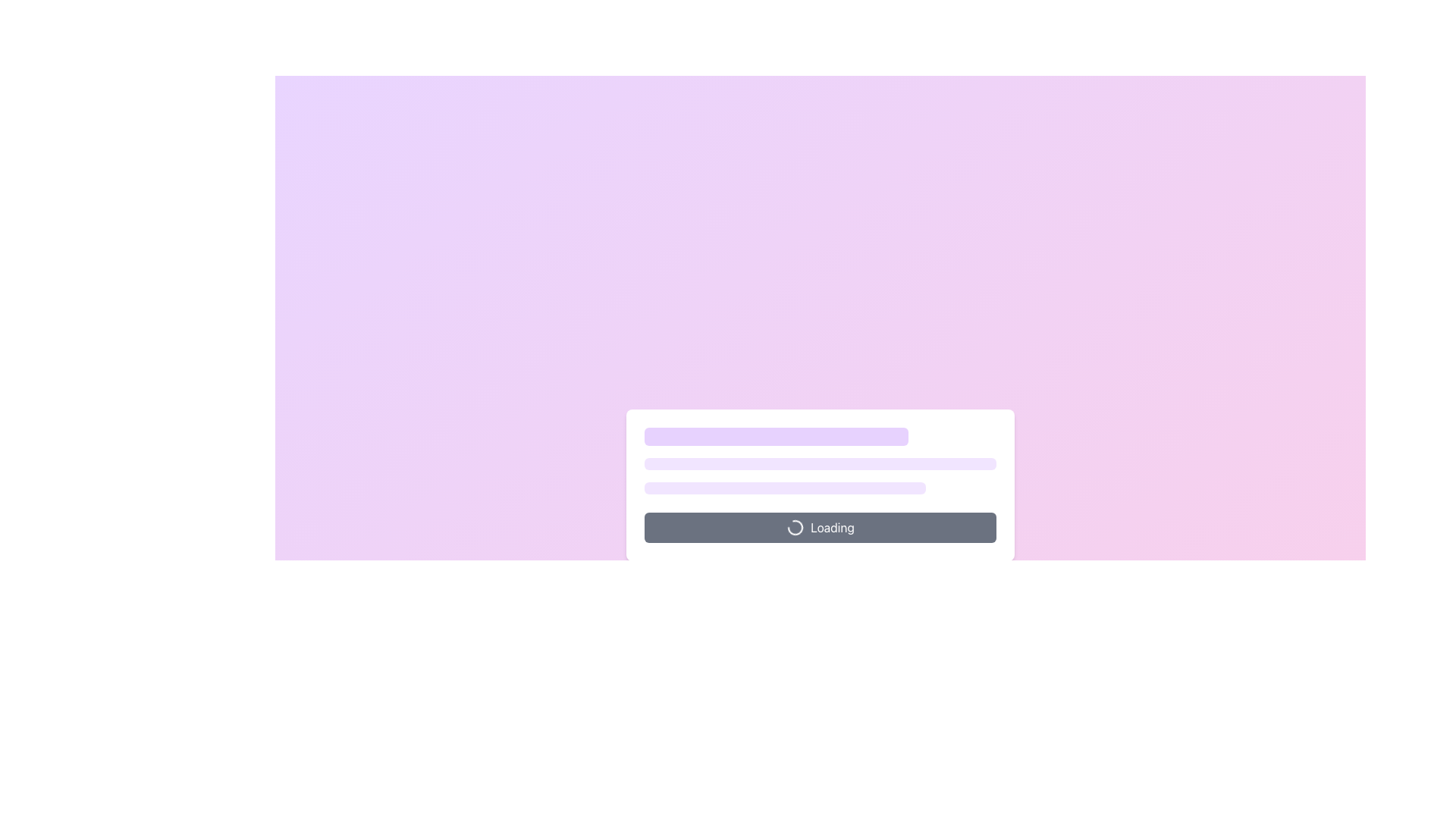  Describe the element at coordinates (795, 526) in the screenshot. I see `the circular, spinning loader icon that is positioned to the left of the text 'Loading' within a gray button` at that location.